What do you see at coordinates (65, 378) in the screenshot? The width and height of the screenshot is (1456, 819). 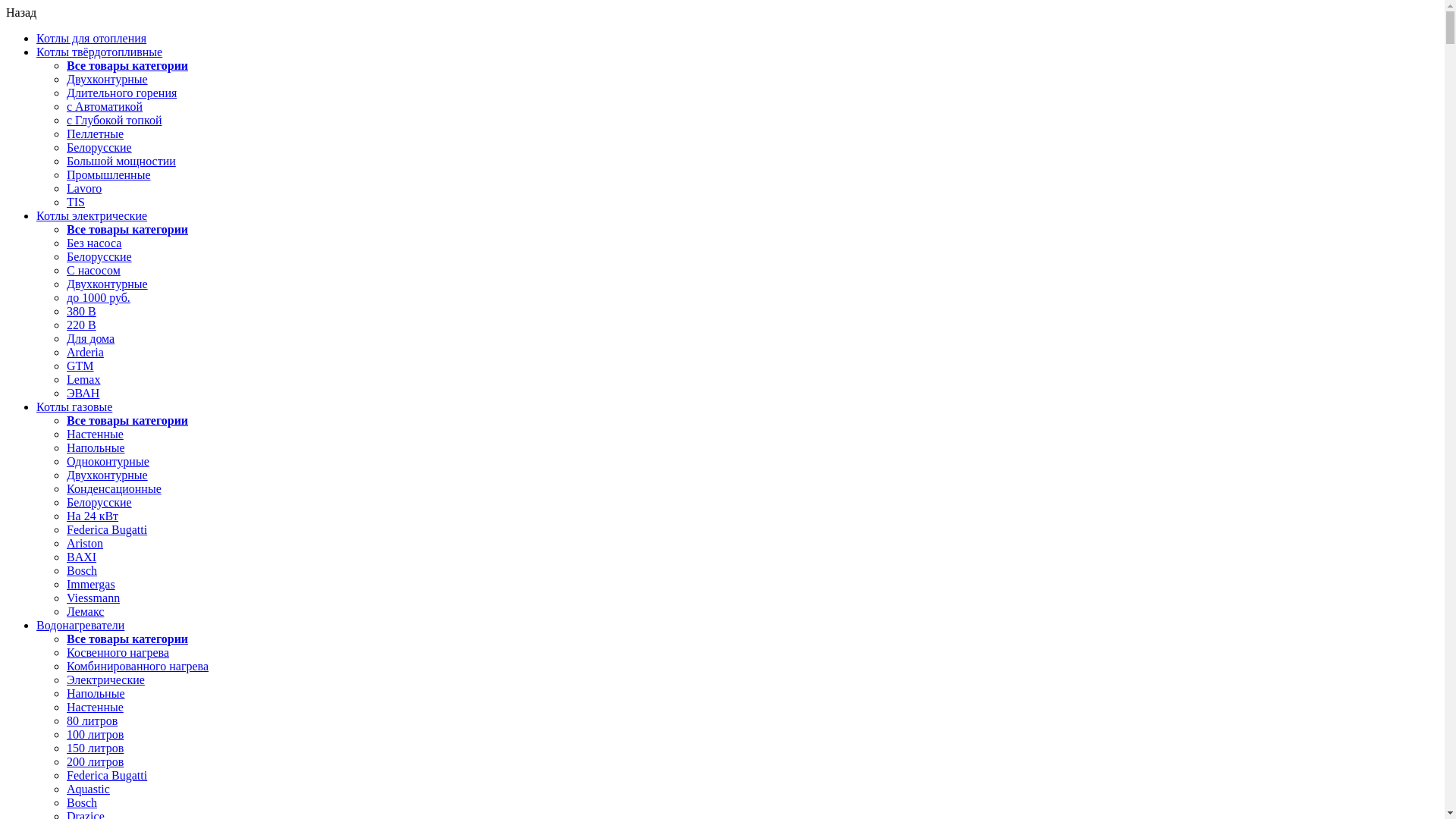 I see `'Lemax'` at bounding box center [65, 378].